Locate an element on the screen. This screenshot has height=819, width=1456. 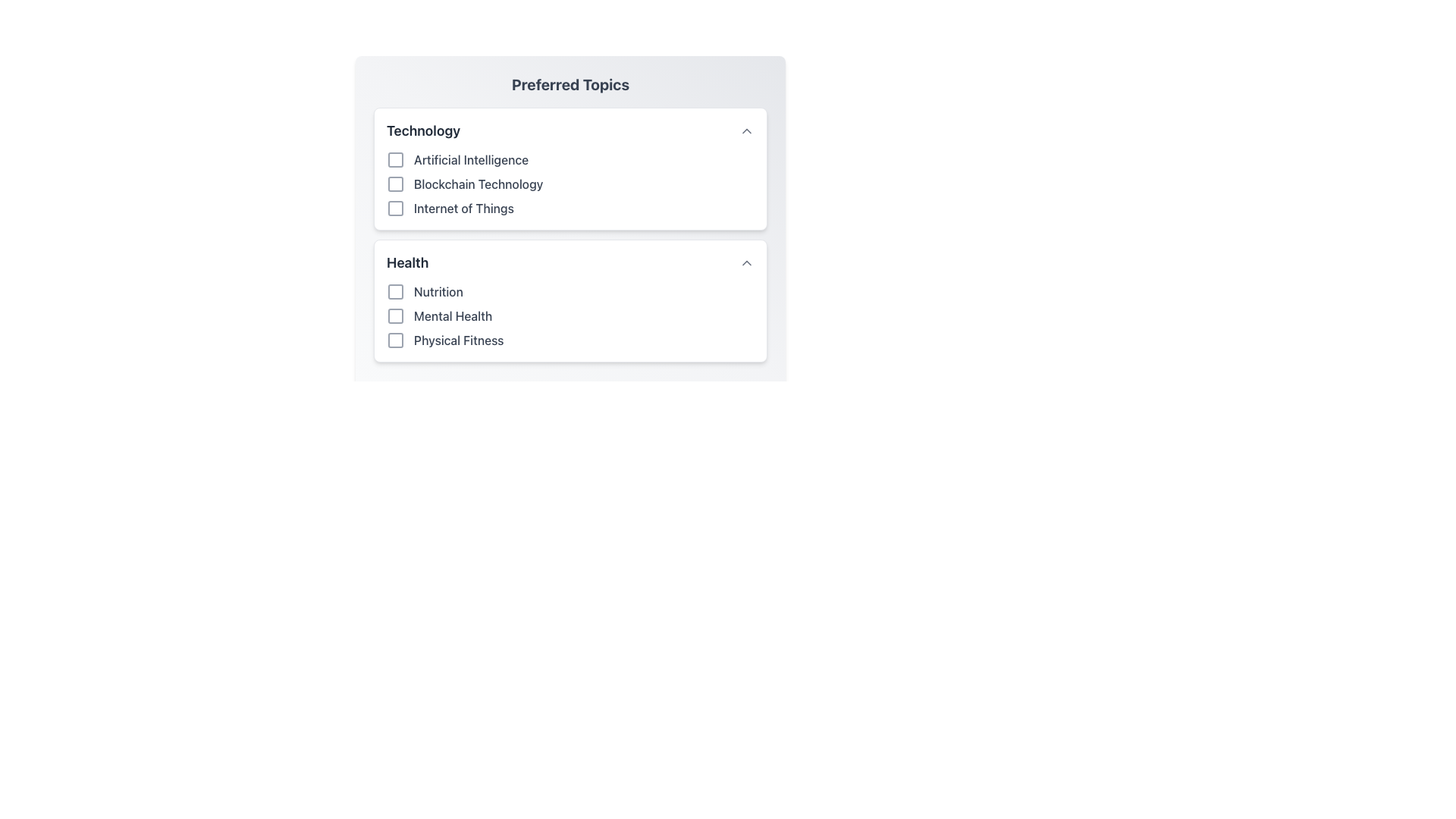
the checkbox element located beside the 'Mental Health' text under the 'Health' section, which has a hollow appearance and rounded corners is located at coordinates (396, 315).